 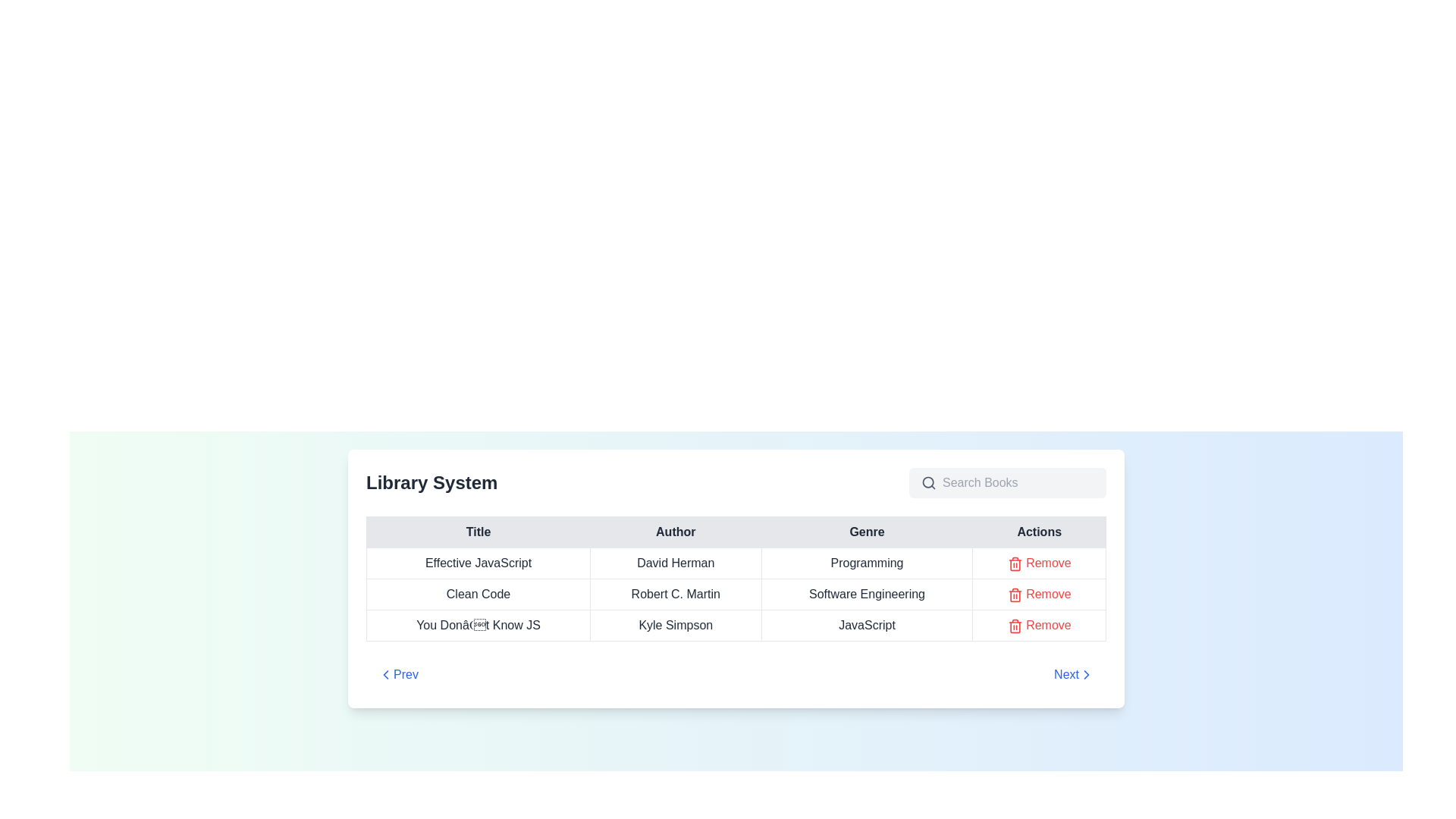 I want to click on the second cell in the 'Author' column of the data table that displays the author name for the book title 'Clean Code', so click(x=675, y=593).